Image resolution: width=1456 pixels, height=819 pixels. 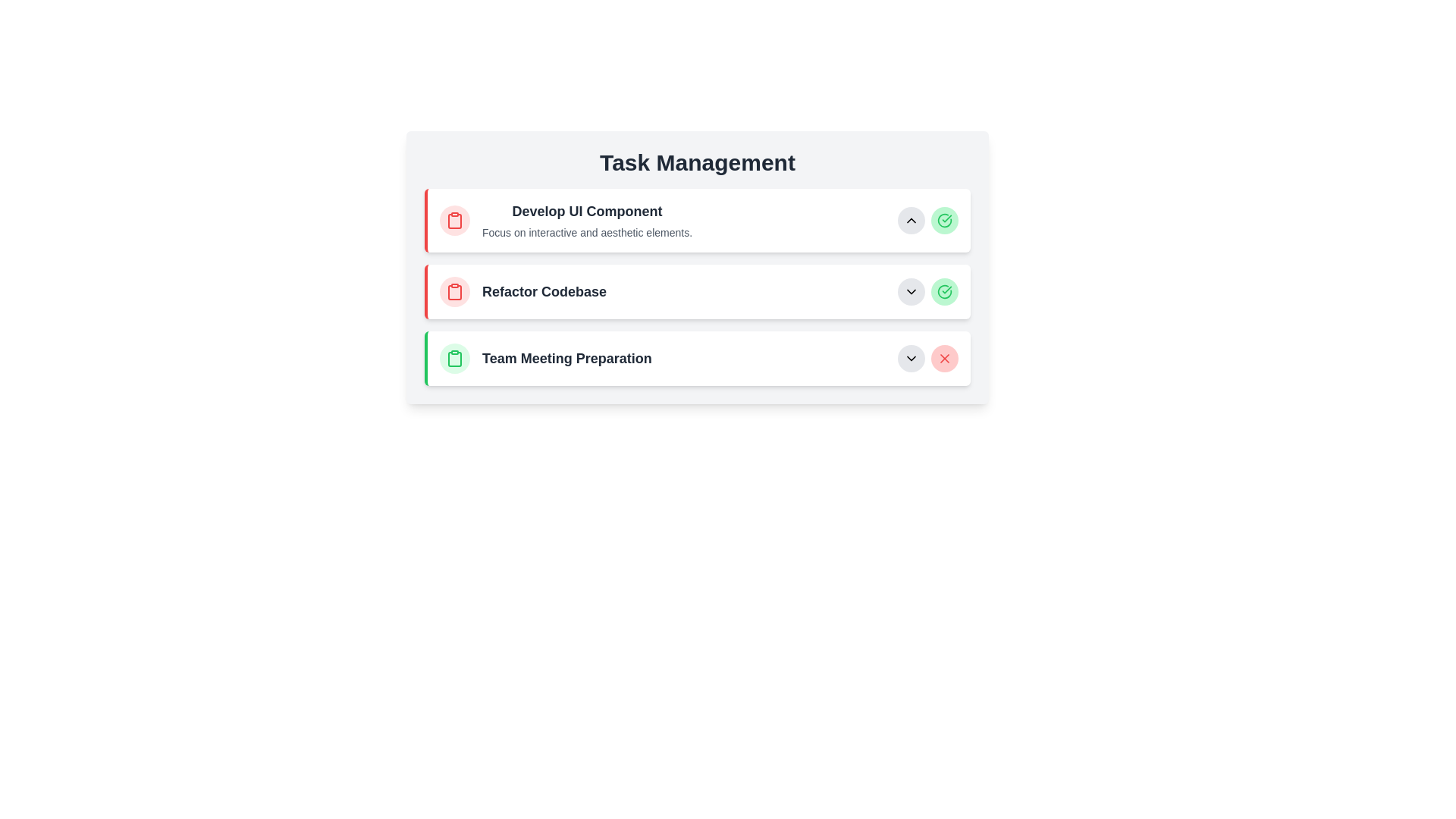 What do you see at coordinates (944, 292) in the screenshot?
I see `the graphic component of the SVG icon indicating the 'completed' state for the third task box labeled 'Team Meeting Preparation'` at bounding box center [944, 292].